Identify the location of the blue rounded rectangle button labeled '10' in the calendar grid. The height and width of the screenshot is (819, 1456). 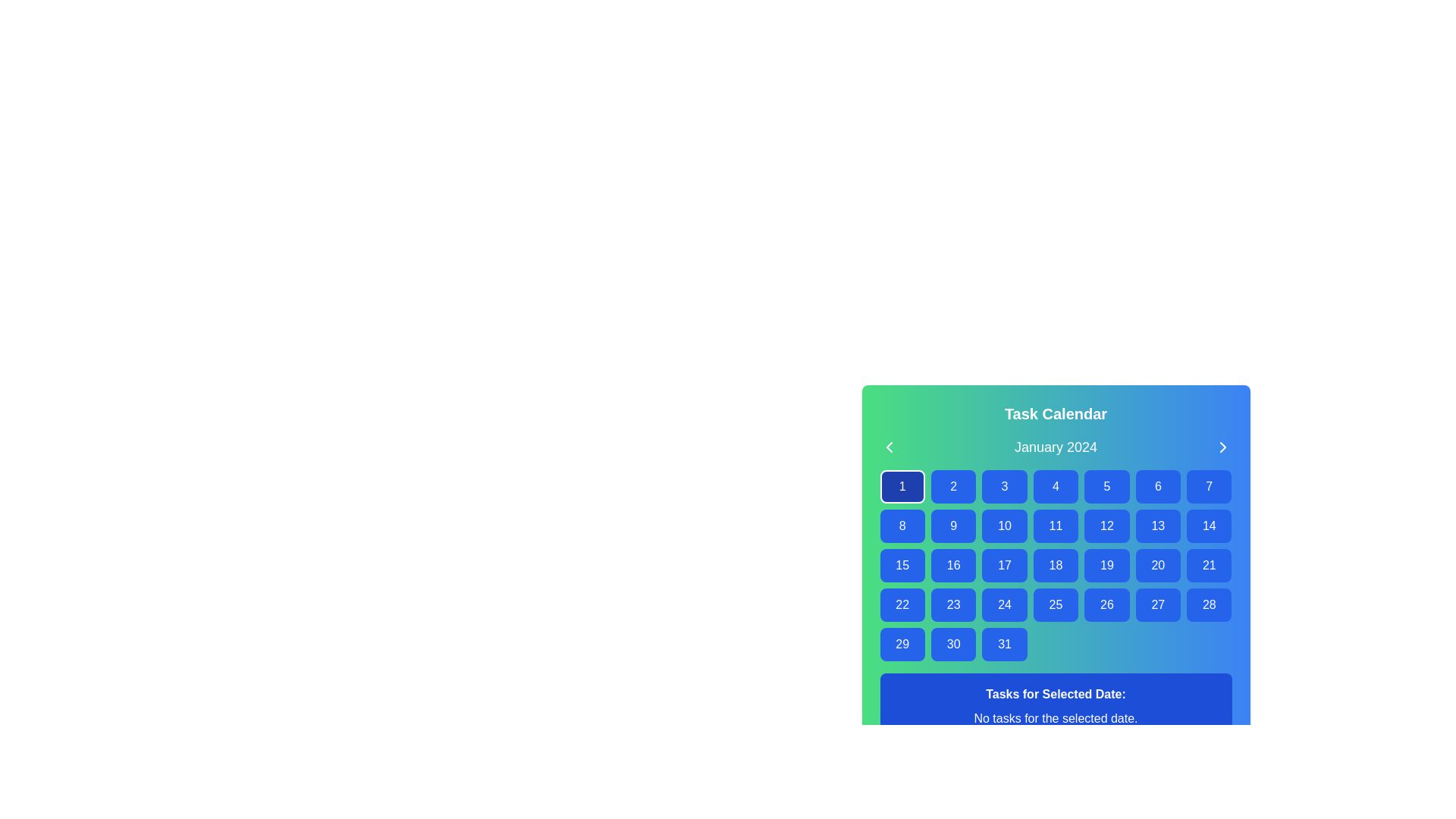
(1004, 526).